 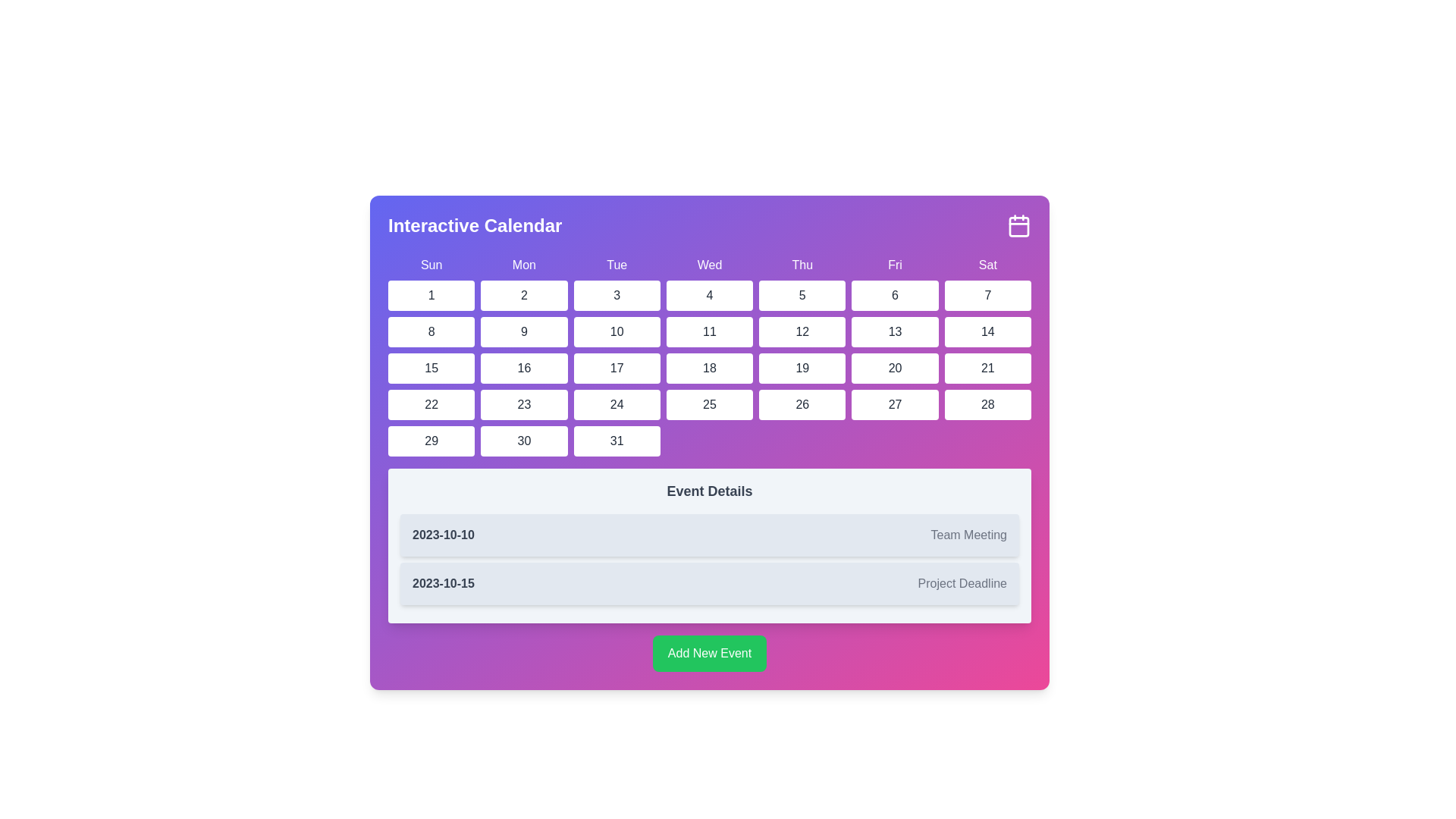 I want to click on the rectangular button labeled '18' in the calendar grid to change its background color to yellow, so click(x=709, y=369).